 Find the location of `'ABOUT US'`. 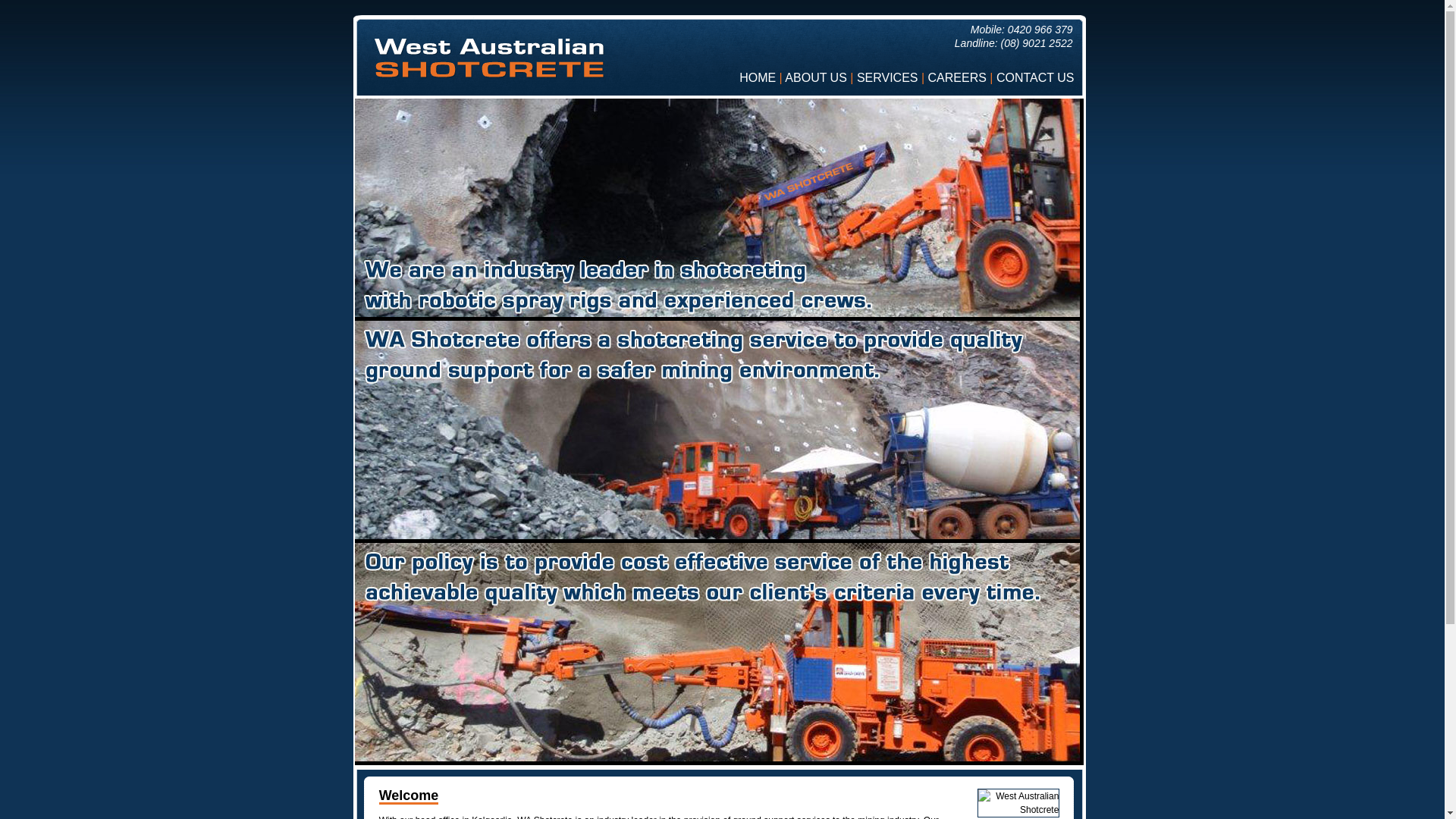

'ABOUT US' is located at coordinates (785, 77).